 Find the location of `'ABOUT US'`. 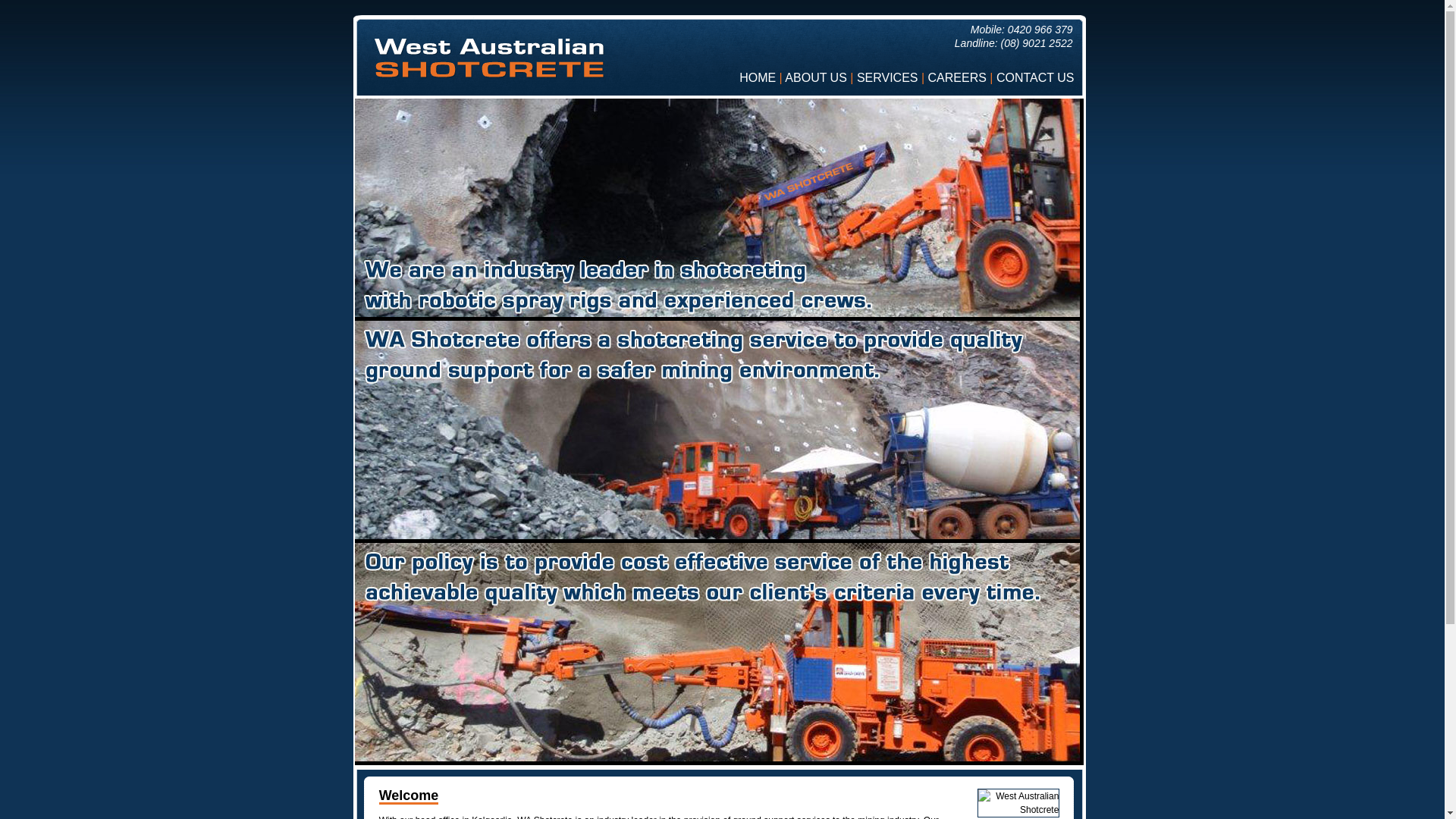

'ABOUT US' is located at coordinates (785, 77).